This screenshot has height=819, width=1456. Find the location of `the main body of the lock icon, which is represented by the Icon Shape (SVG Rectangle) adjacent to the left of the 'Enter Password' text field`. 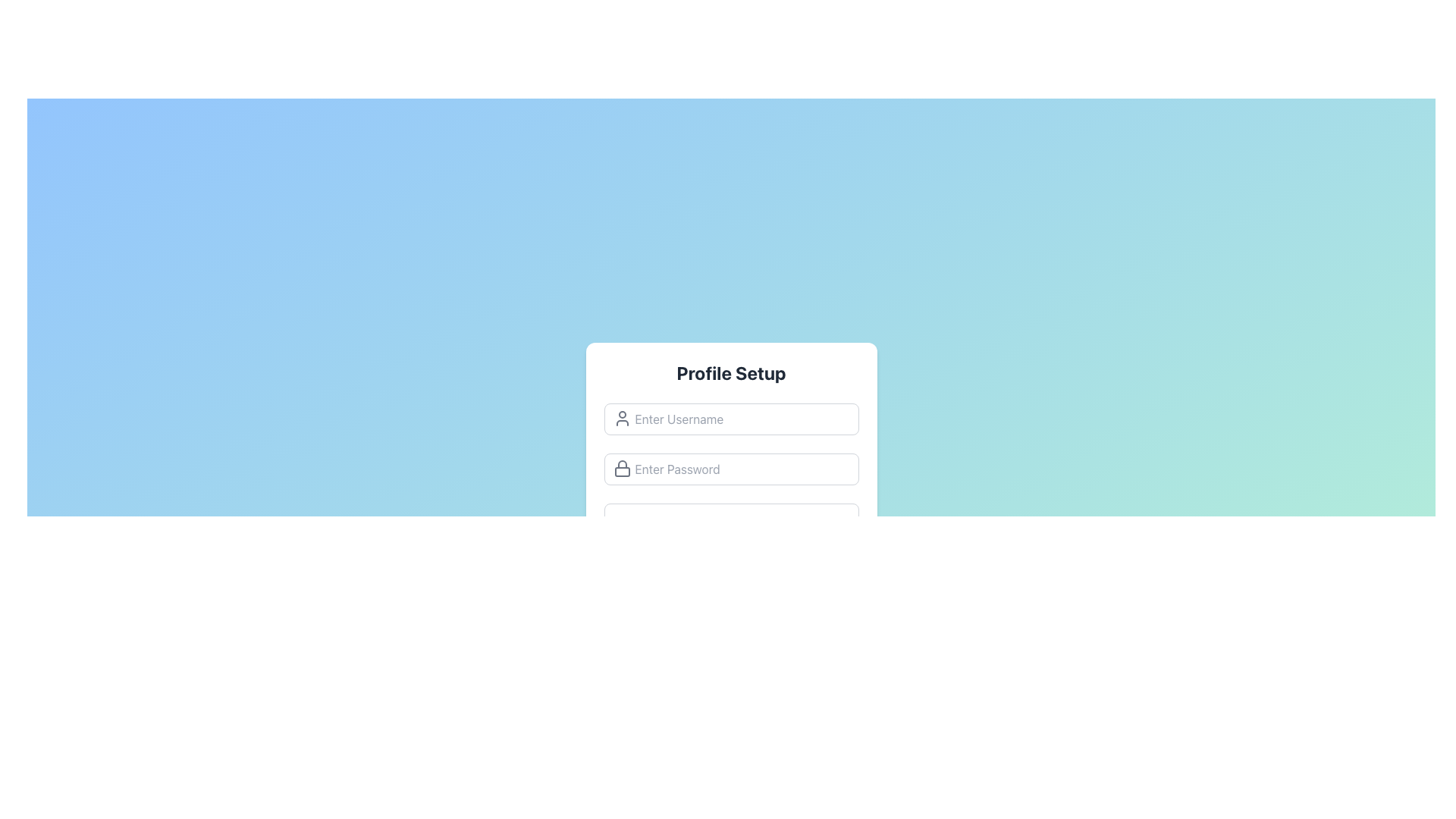

the main body of the lock icon, which is represented by the Icon Shape (SVG Rectangle) adjacent to the left of the 'Enter Password' text field is located at coordinates (622, 471).